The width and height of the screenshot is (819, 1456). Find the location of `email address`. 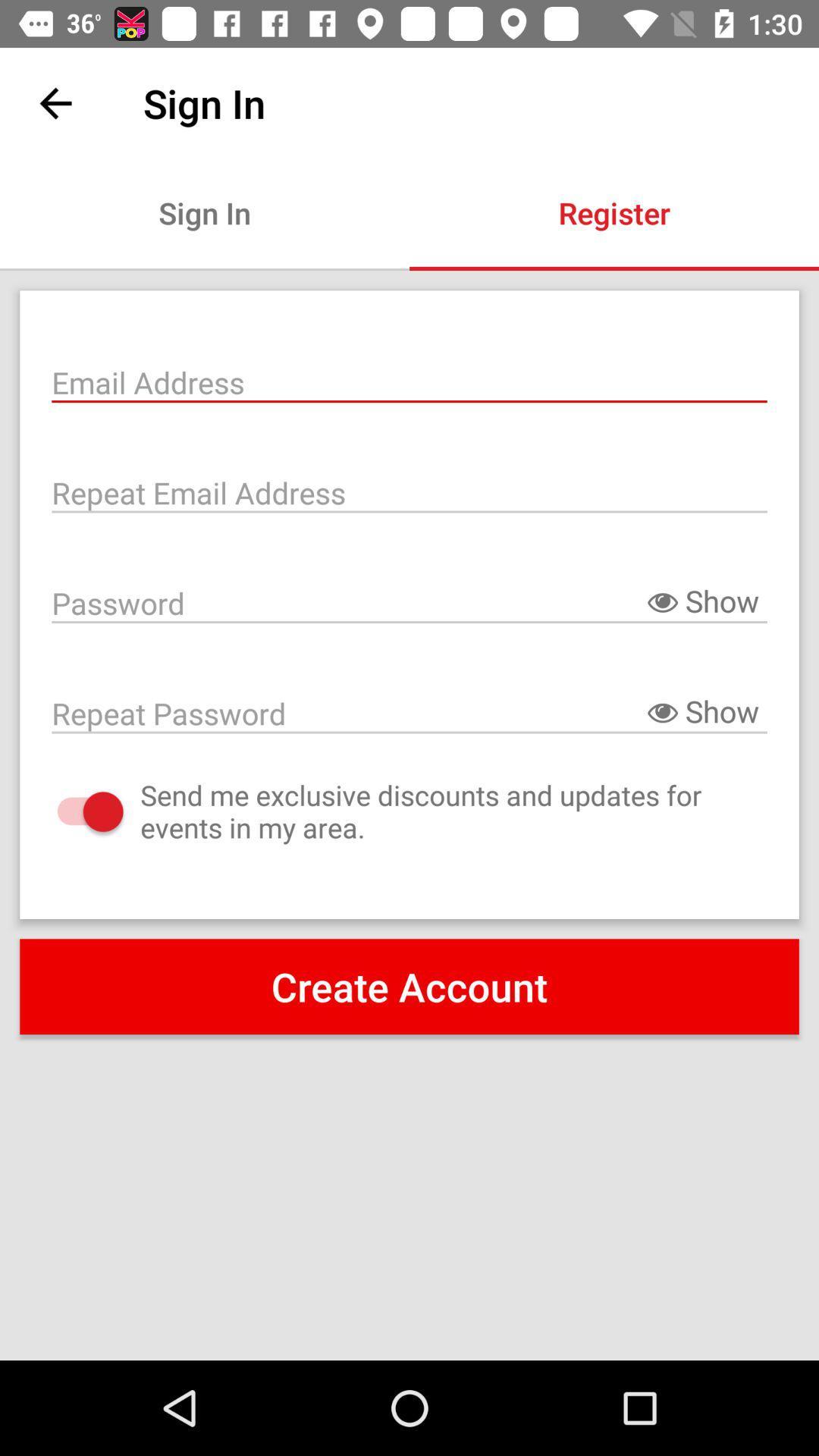

email address is located at coordinates (409, 381).